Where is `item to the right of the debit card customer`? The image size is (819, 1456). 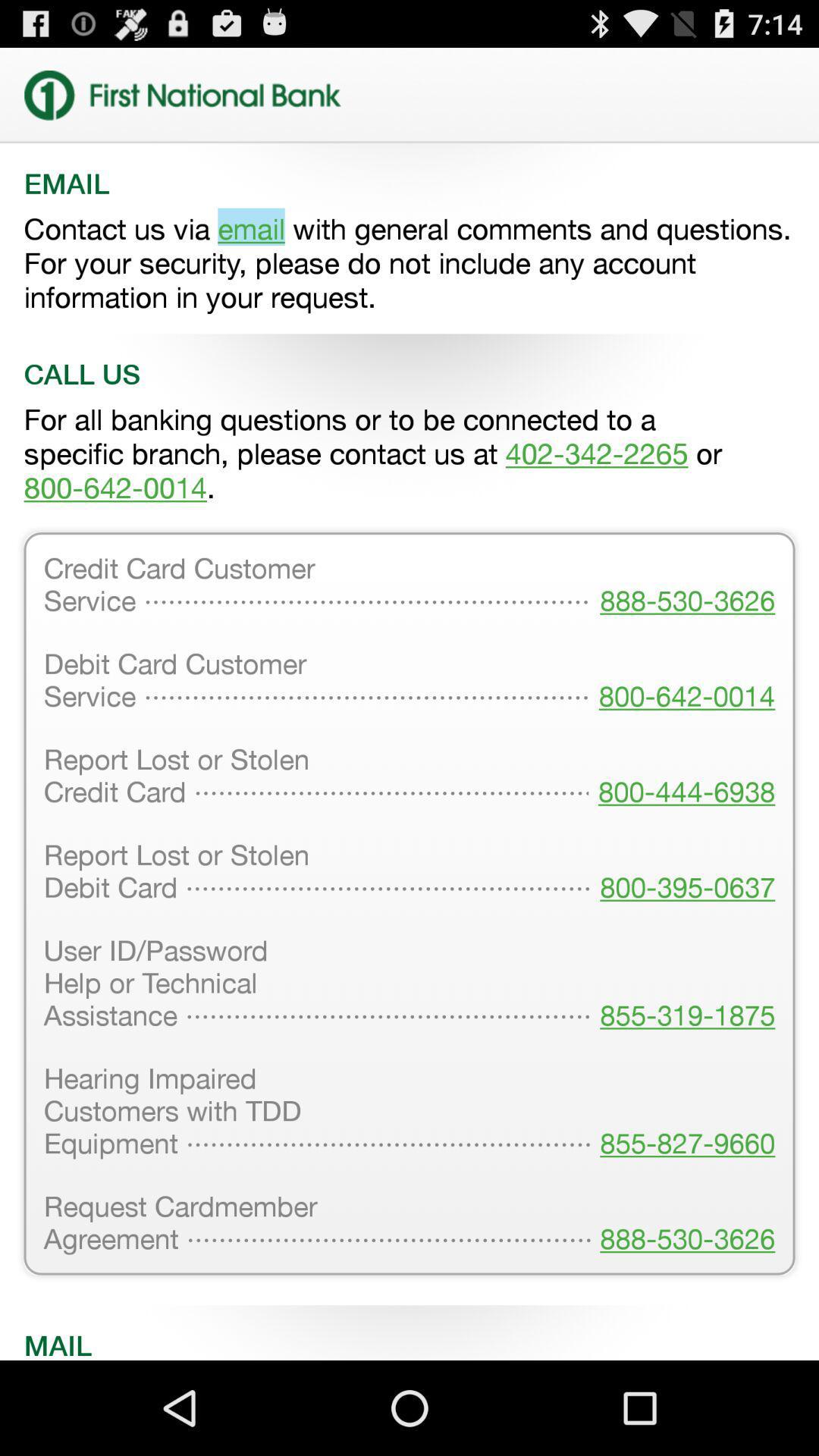
item to the right of the debit card customer is located at coordinates (681, 777).